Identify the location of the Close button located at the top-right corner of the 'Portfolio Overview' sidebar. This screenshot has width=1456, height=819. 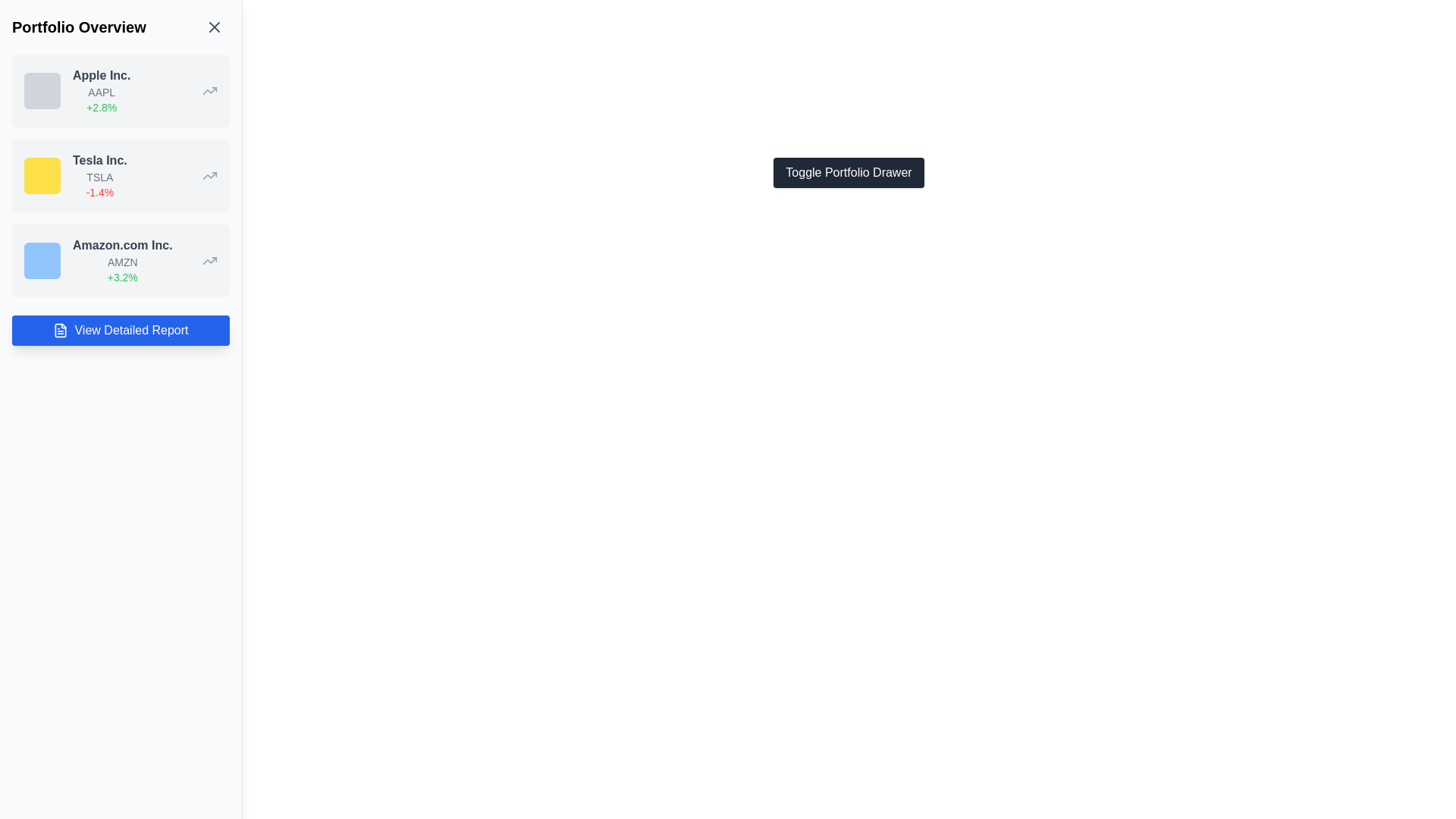
(214, 27).